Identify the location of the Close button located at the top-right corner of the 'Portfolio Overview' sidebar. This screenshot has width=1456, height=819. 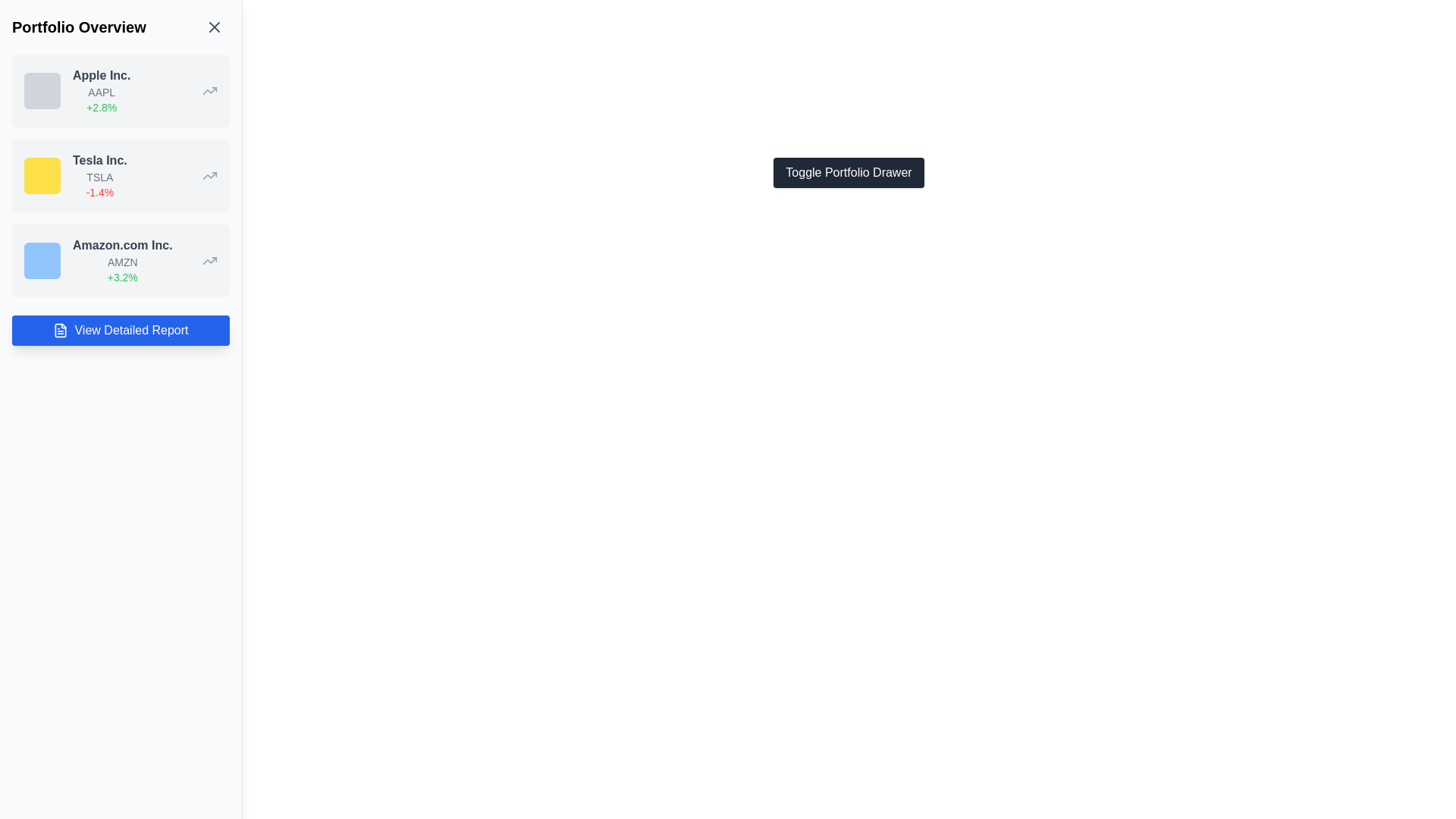
(214, 27).